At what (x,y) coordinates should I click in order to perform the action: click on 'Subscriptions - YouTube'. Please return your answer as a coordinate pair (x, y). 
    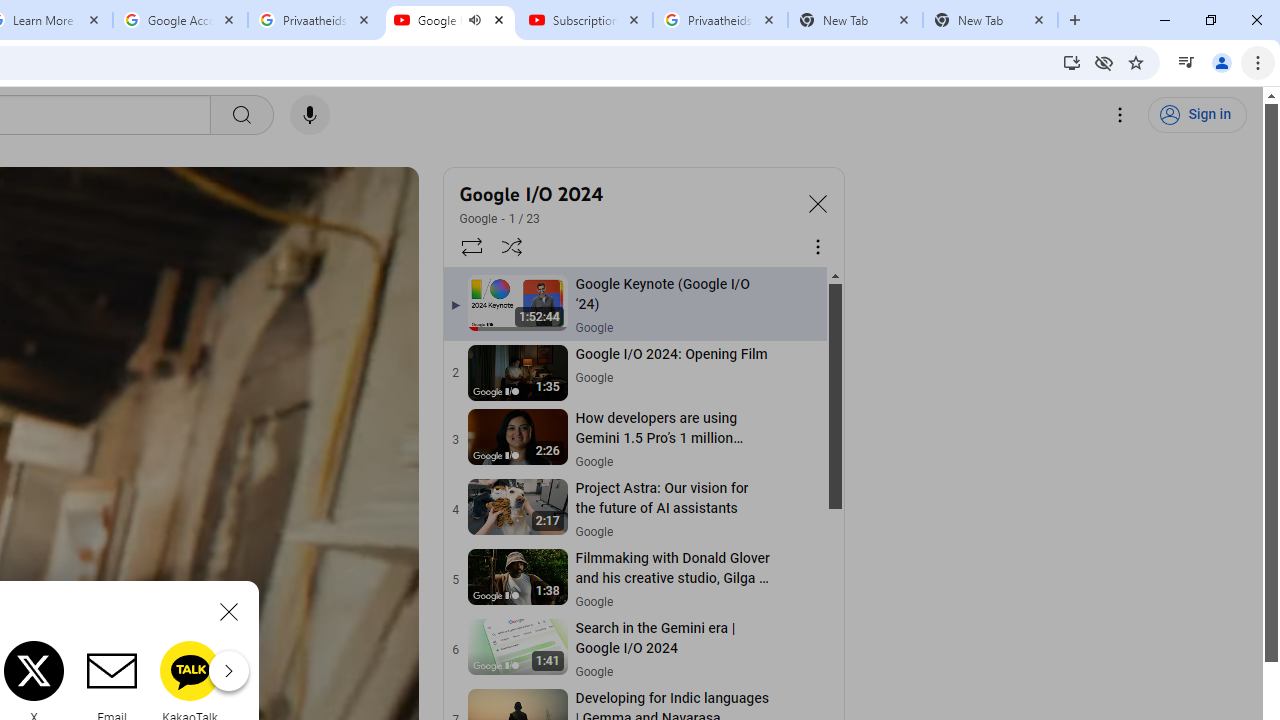
    Looking at the image, I should click on (584, 20).